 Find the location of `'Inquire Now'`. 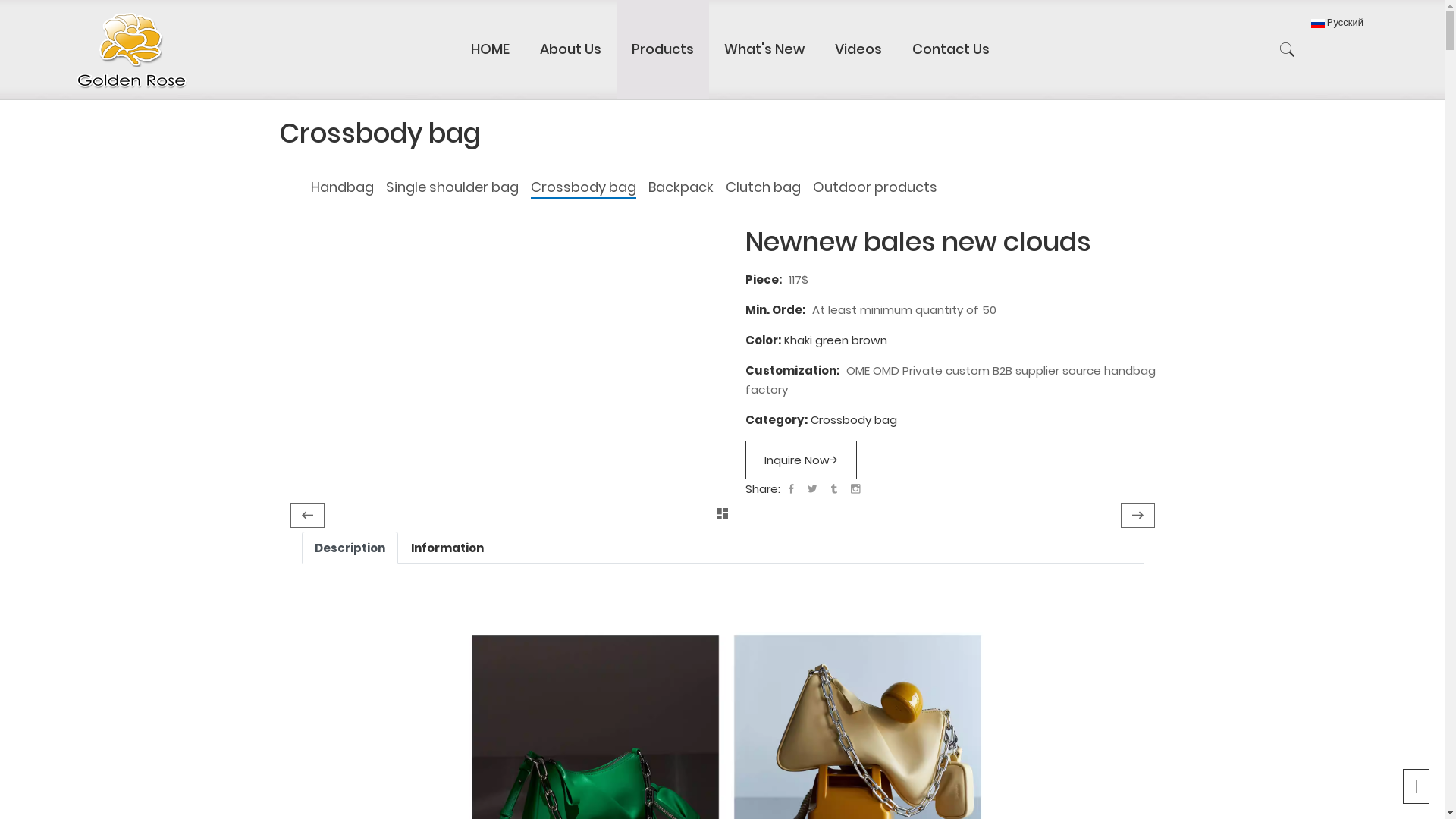

'Inquire Now' is located at coordinates (799, 459).